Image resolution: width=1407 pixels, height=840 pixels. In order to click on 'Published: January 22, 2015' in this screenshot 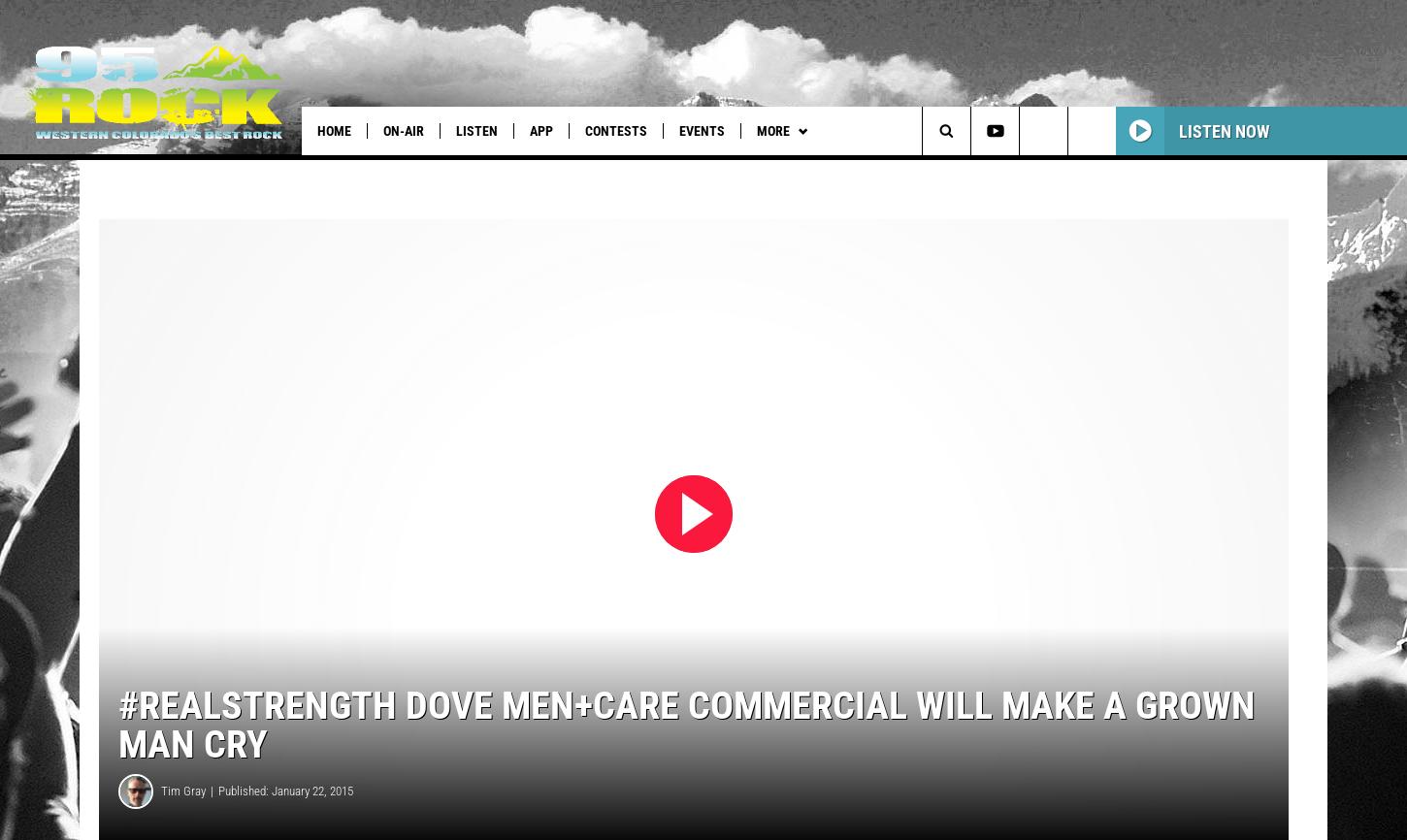, I will do `click(285, 816)`.